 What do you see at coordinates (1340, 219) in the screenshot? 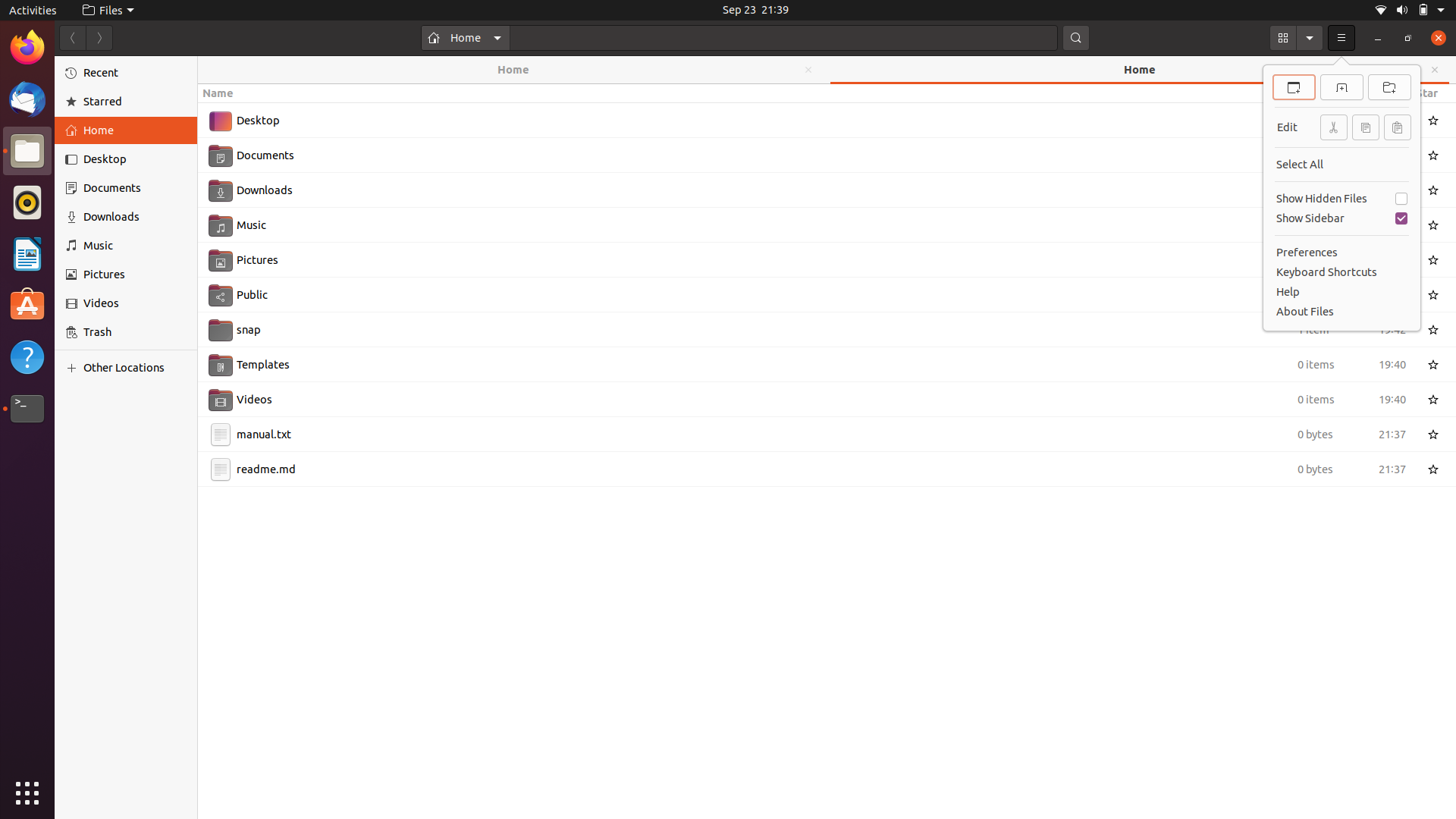
I see `Use keyboard and mouse to eliminate the sidebar` at bounding box center [1340, 219].